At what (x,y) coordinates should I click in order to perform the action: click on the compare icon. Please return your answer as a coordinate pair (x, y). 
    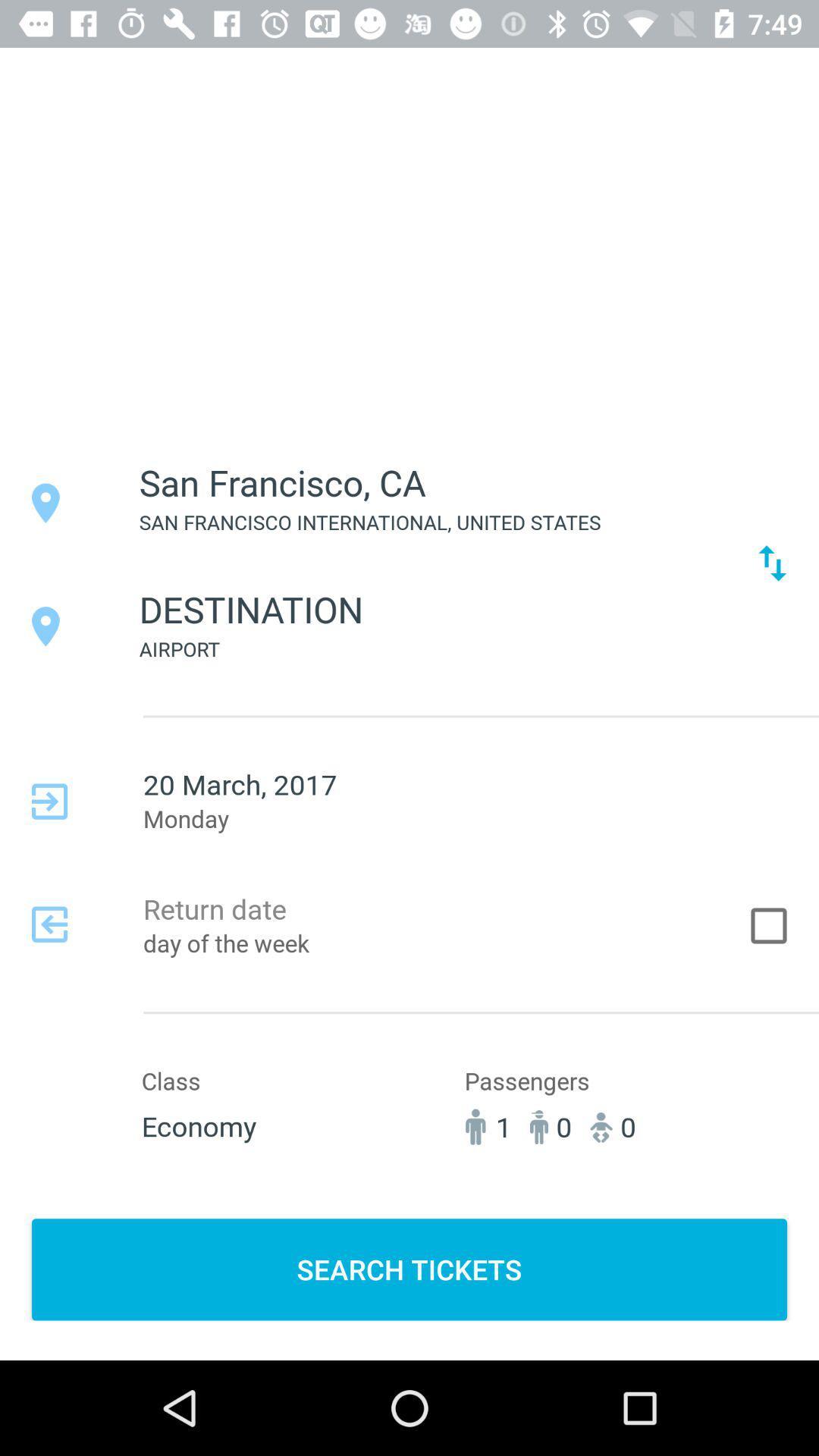
    Looking at the image, I should click on (772, 562).